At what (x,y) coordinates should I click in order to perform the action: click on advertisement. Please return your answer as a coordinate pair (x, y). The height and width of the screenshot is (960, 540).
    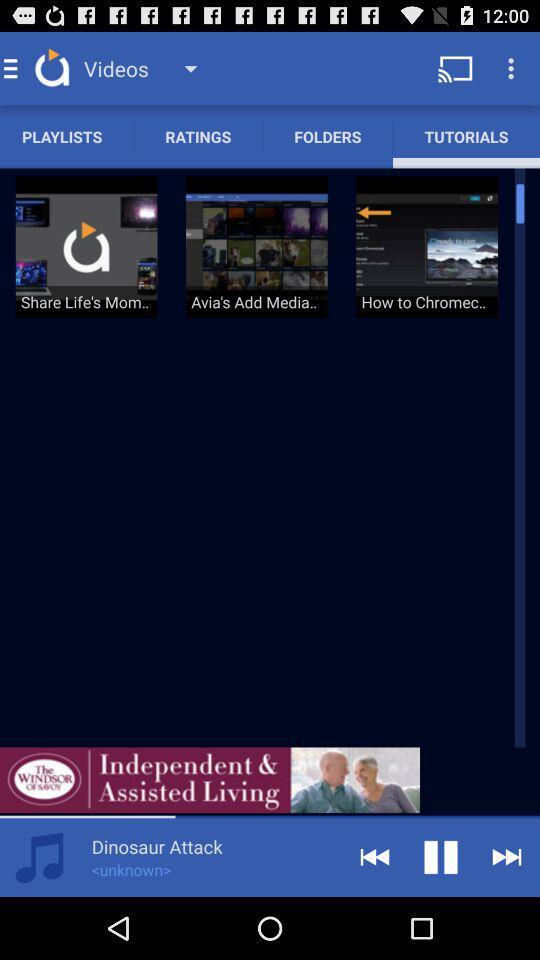
    Looking at the image, I should click on (209, 779).